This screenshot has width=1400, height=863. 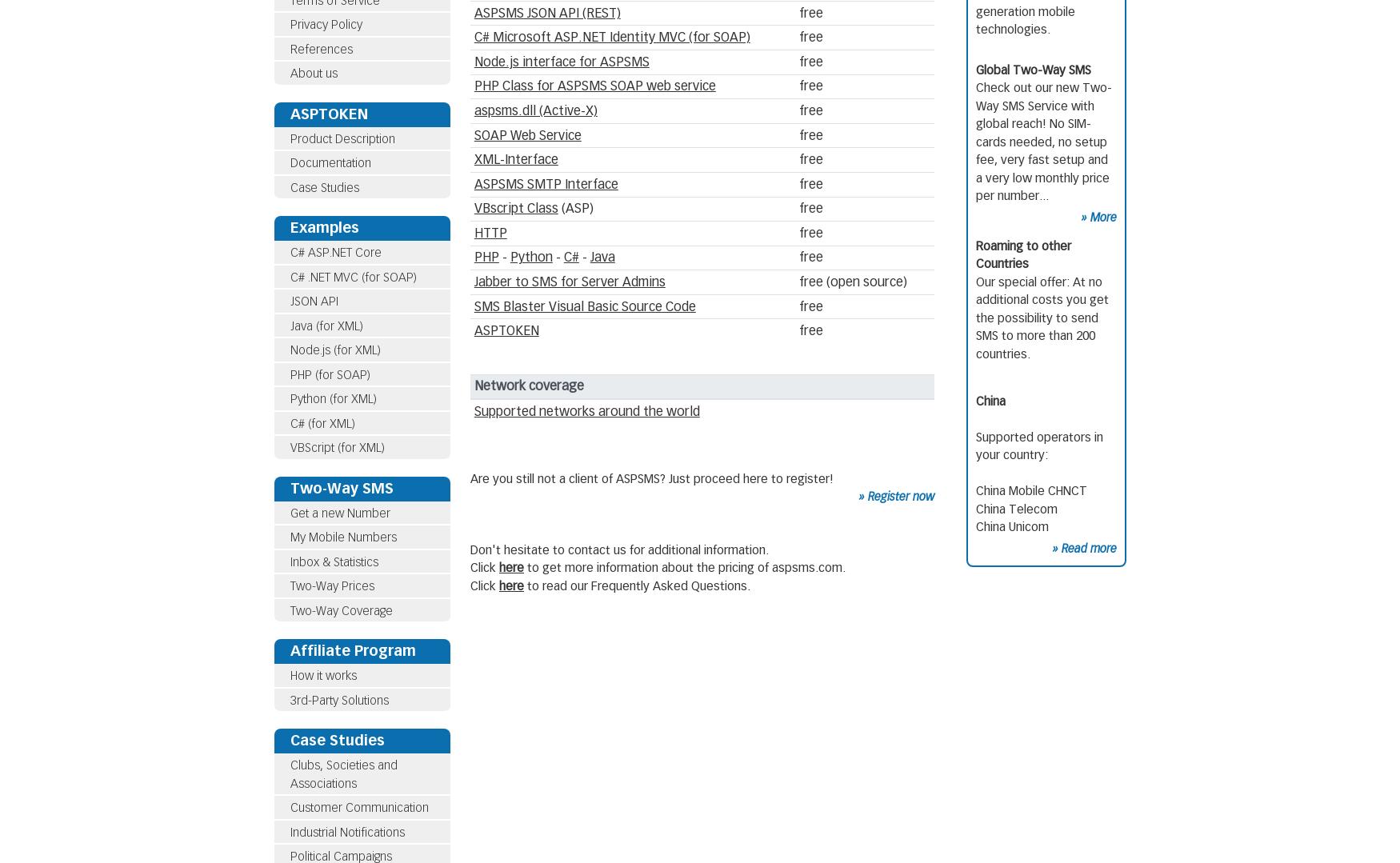 What do you see at coordinates (534, 109) in the screenshot?
I see `'aspsms.dll (Active-X)'` at bounding box center [534, 109].